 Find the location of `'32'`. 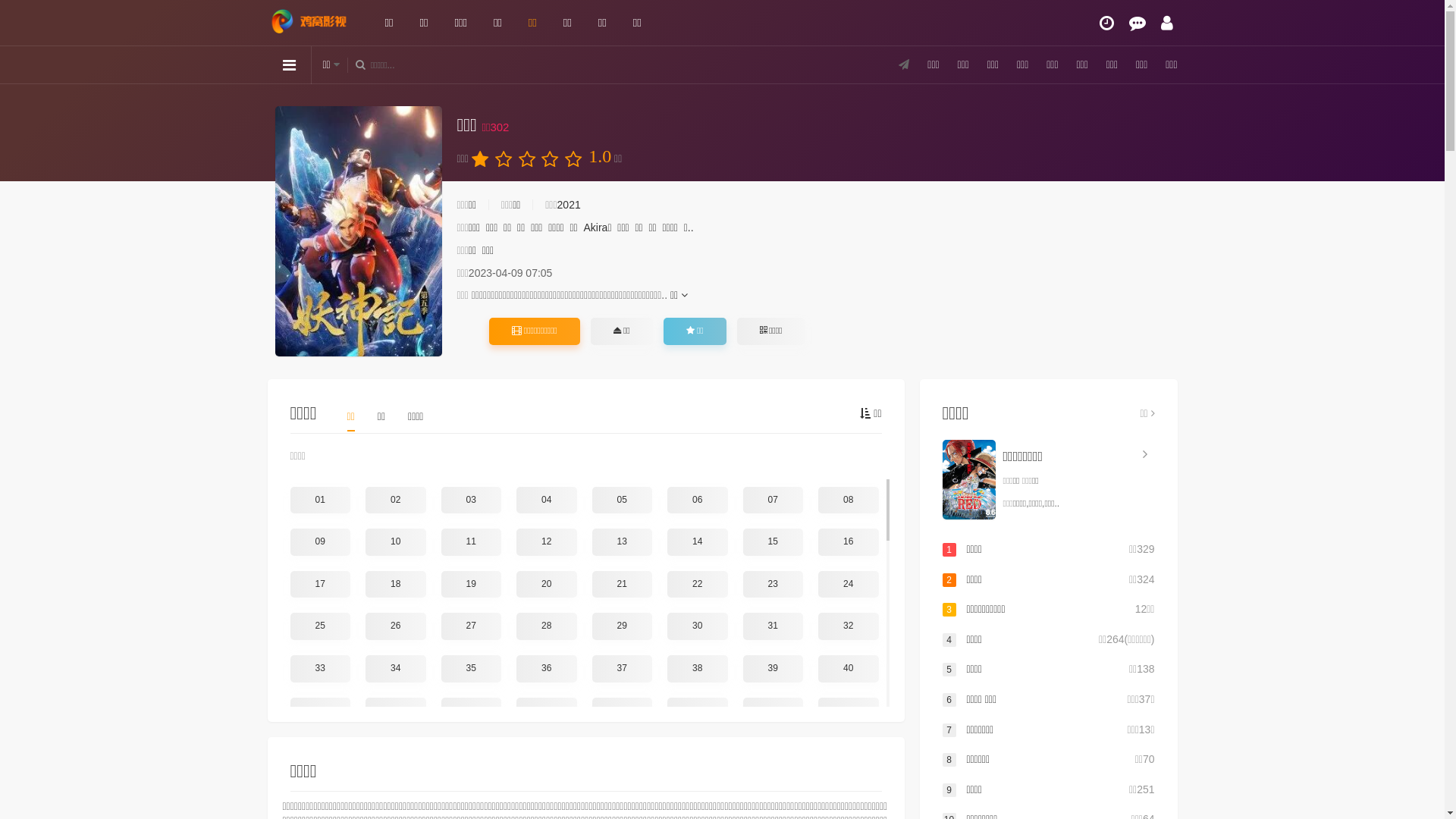

'32' is located at coordinates (847, 626).